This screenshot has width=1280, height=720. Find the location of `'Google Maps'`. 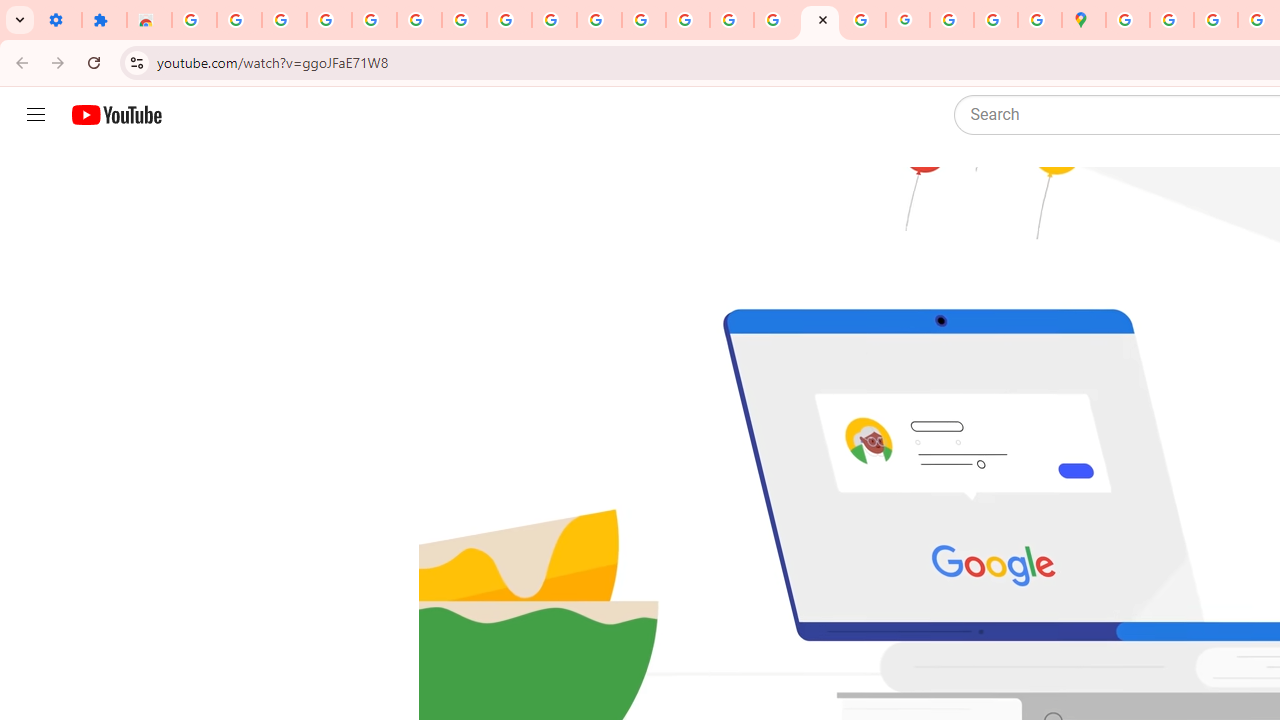

'Google Maps' is located at coordinates (1083, 20).